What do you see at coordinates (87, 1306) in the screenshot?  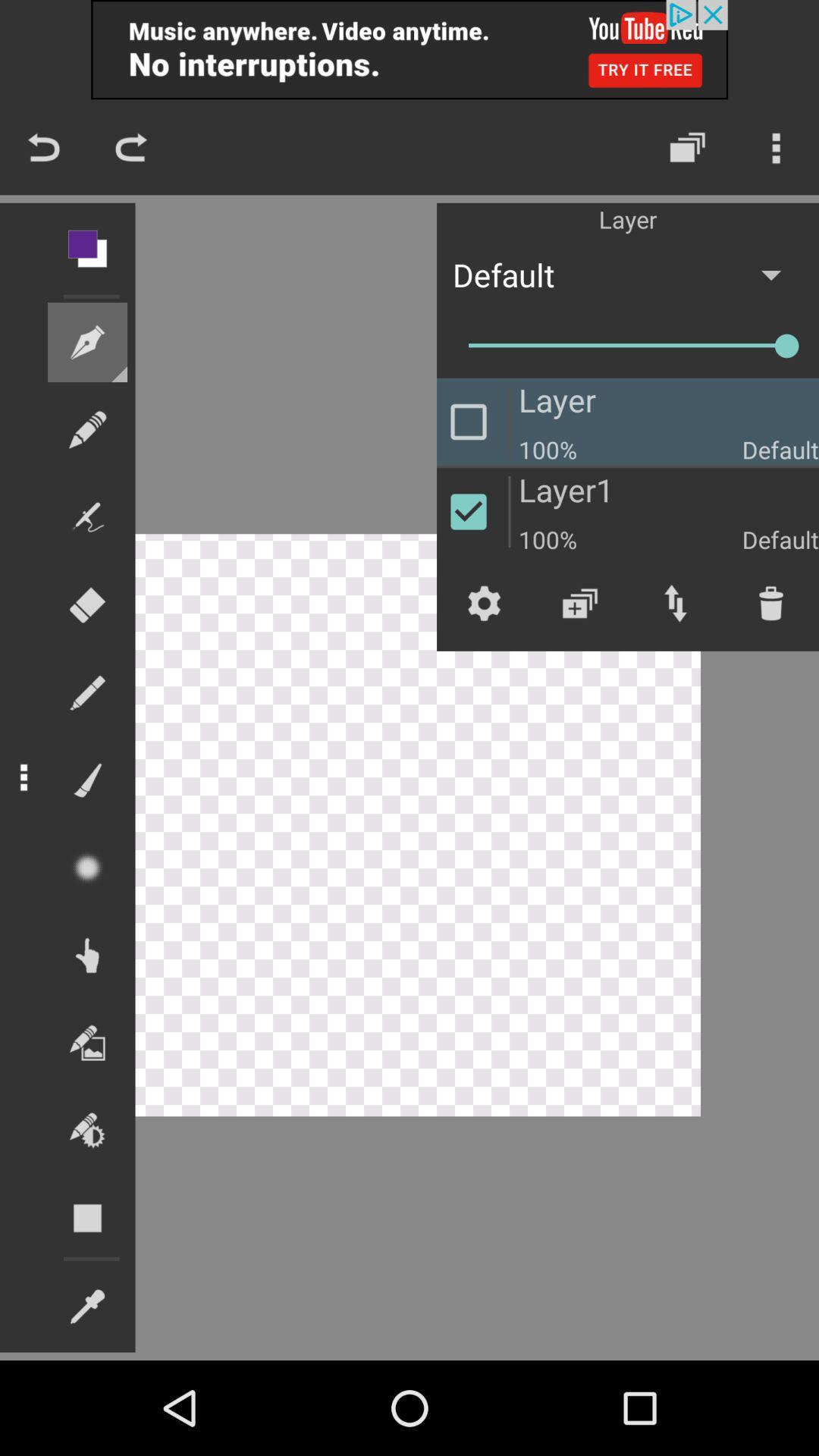 I see `the edit icon` at bounding box center [87, 1306].